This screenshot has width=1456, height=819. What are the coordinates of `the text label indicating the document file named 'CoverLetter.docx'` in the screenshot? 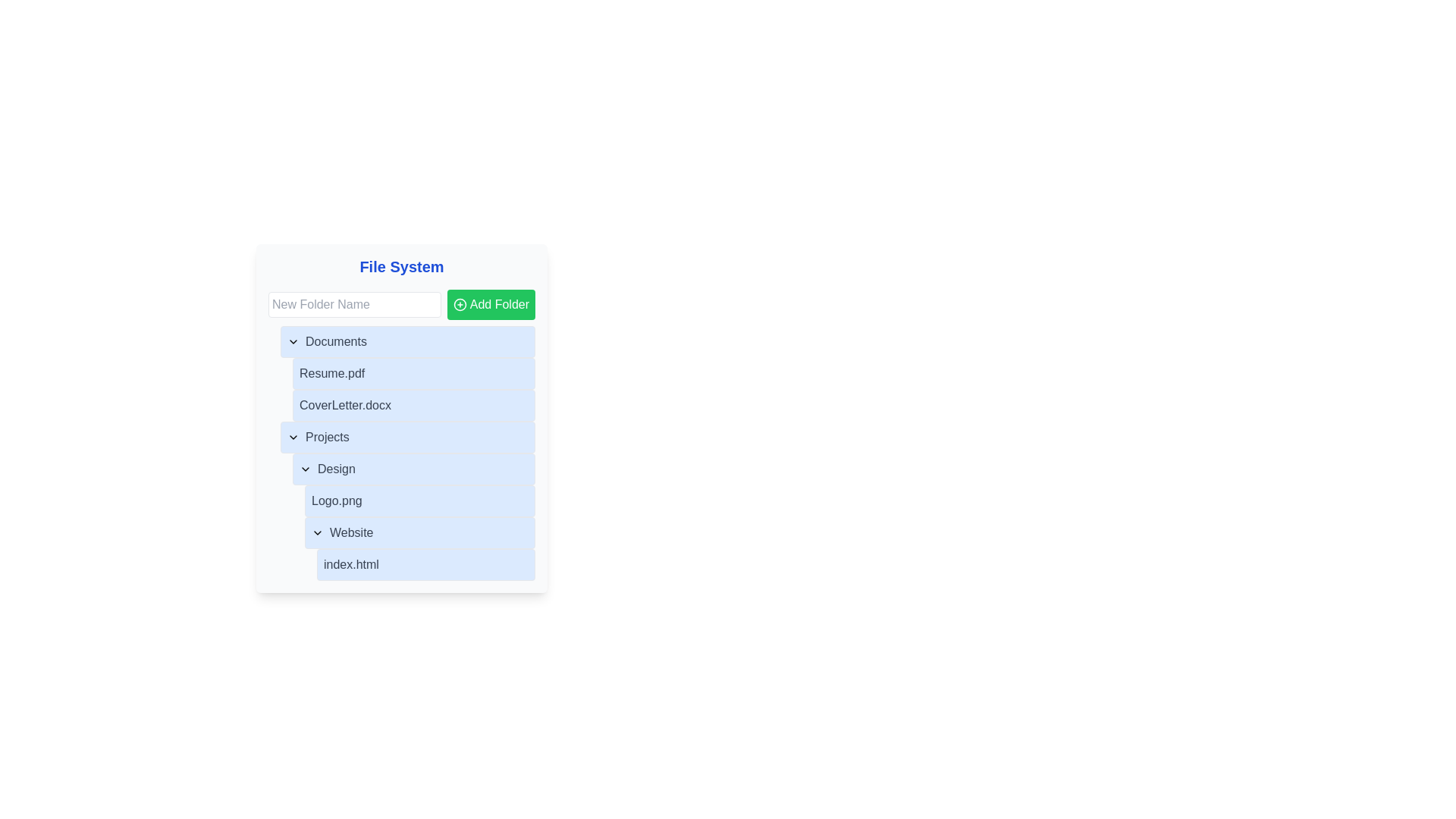 It's located at (344, 405).